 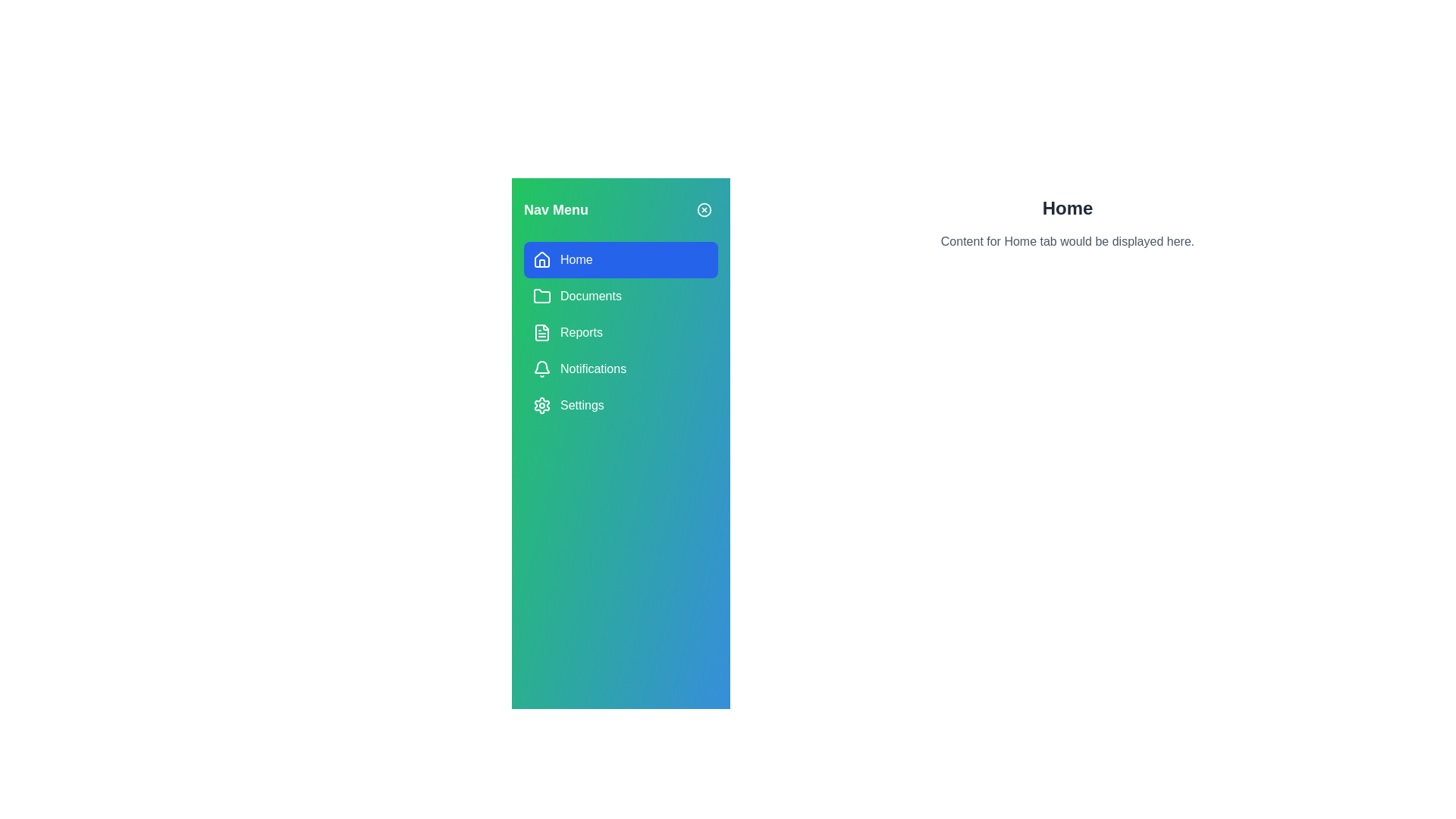 I want to click on the tab Notifications in the navigation menu, so click(x=621, y=369).